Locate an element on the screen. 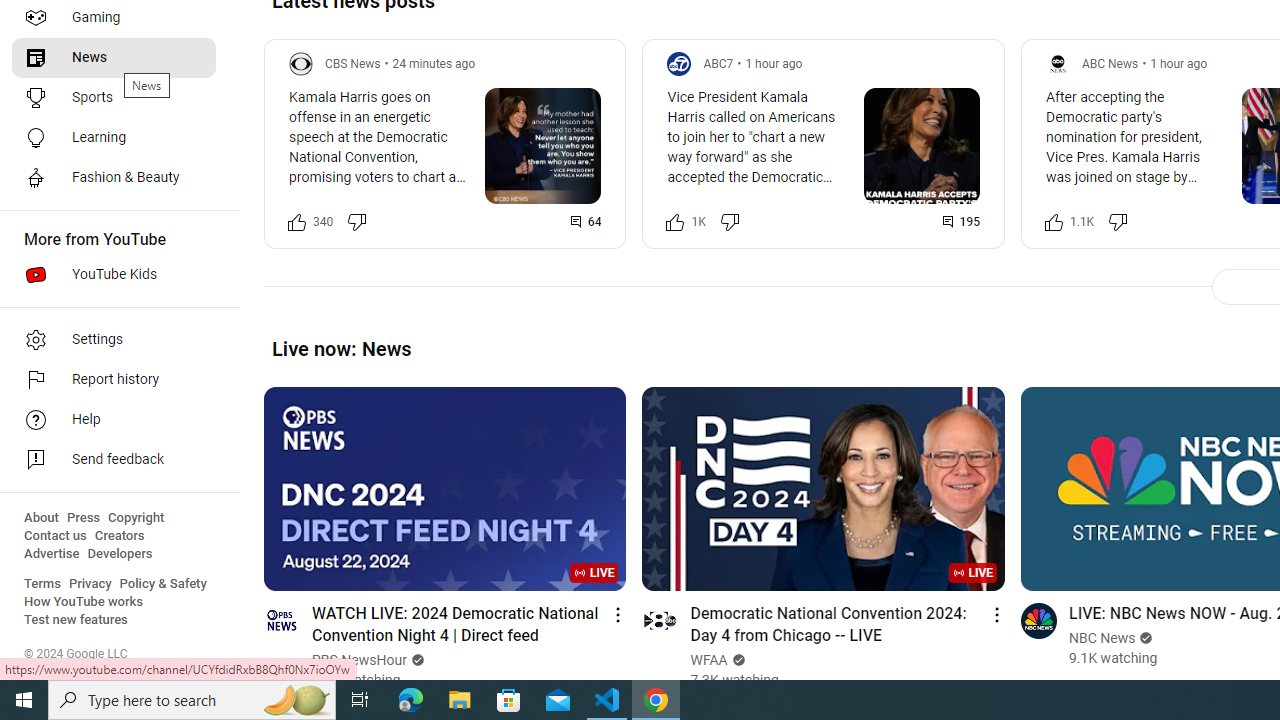  'WFAA' is located at coordinates (709, 660).